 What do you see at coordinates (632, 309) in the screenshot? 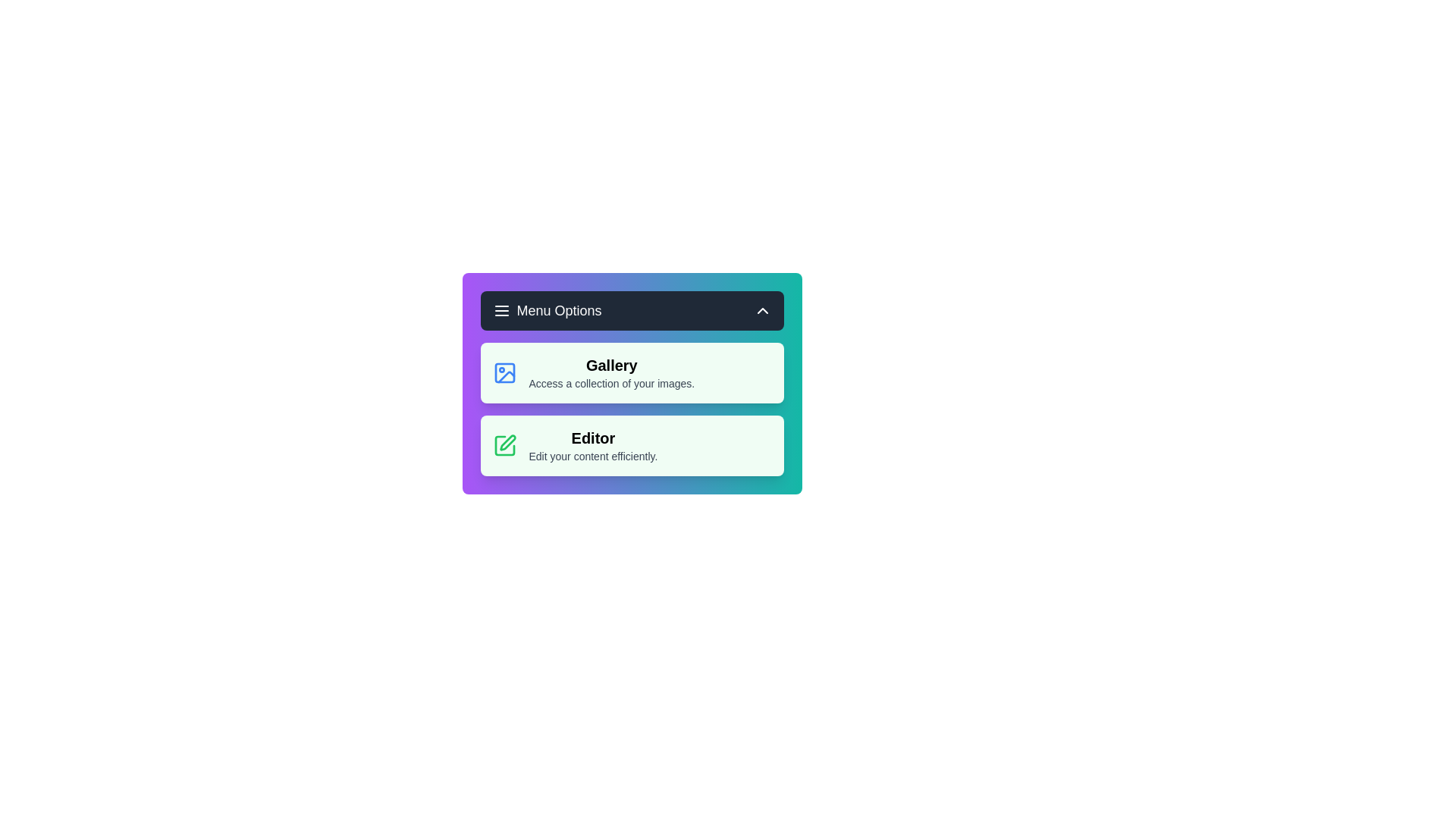
I see `the menu toggle button to collapse the menu` at bounding box center [632, 309].